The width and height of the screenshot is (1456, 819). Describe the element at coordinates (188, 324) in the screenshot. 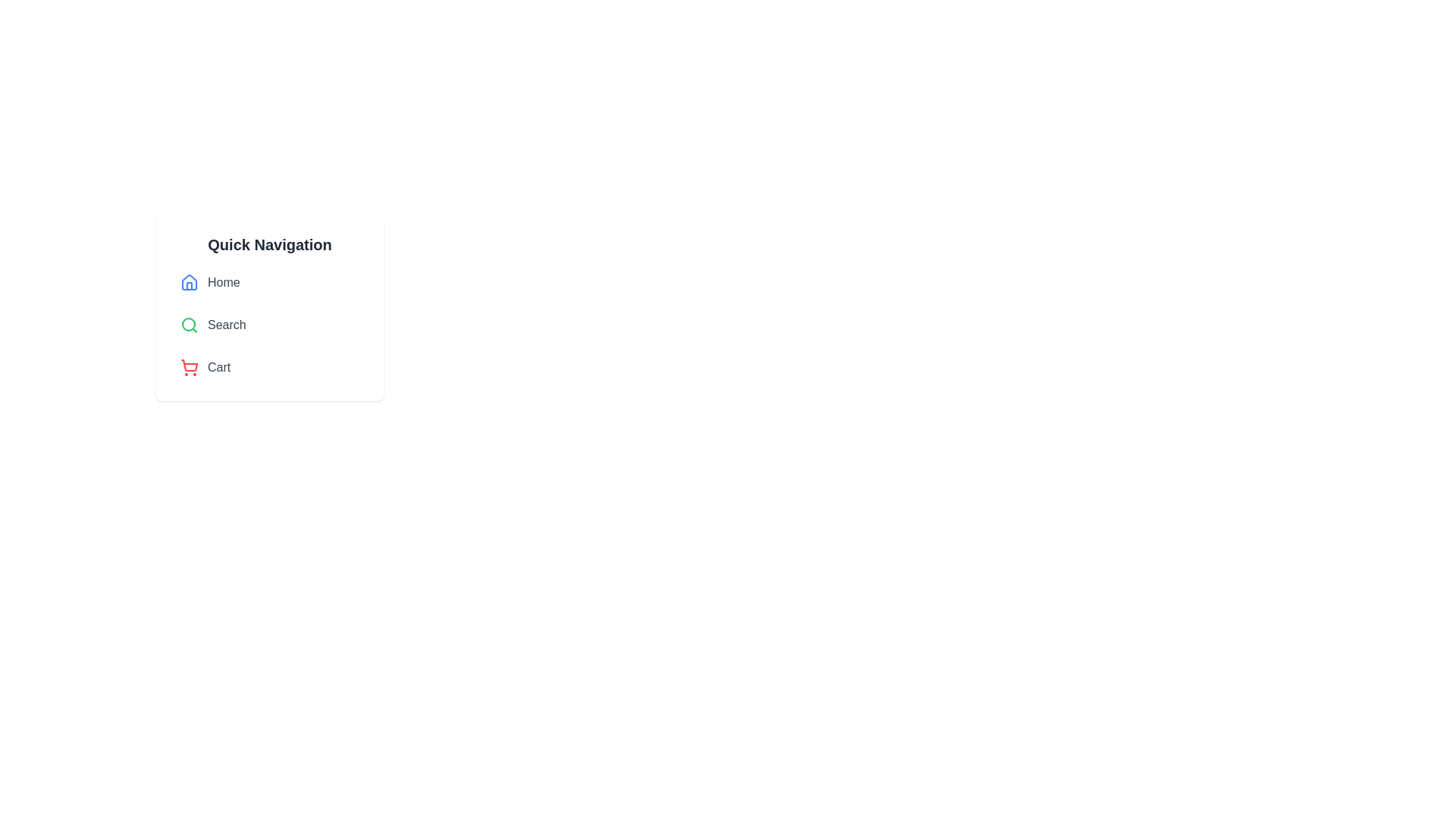

I see `the inner circular portion of the search icon, which serves as the lens of the magnifying glass` at that location.